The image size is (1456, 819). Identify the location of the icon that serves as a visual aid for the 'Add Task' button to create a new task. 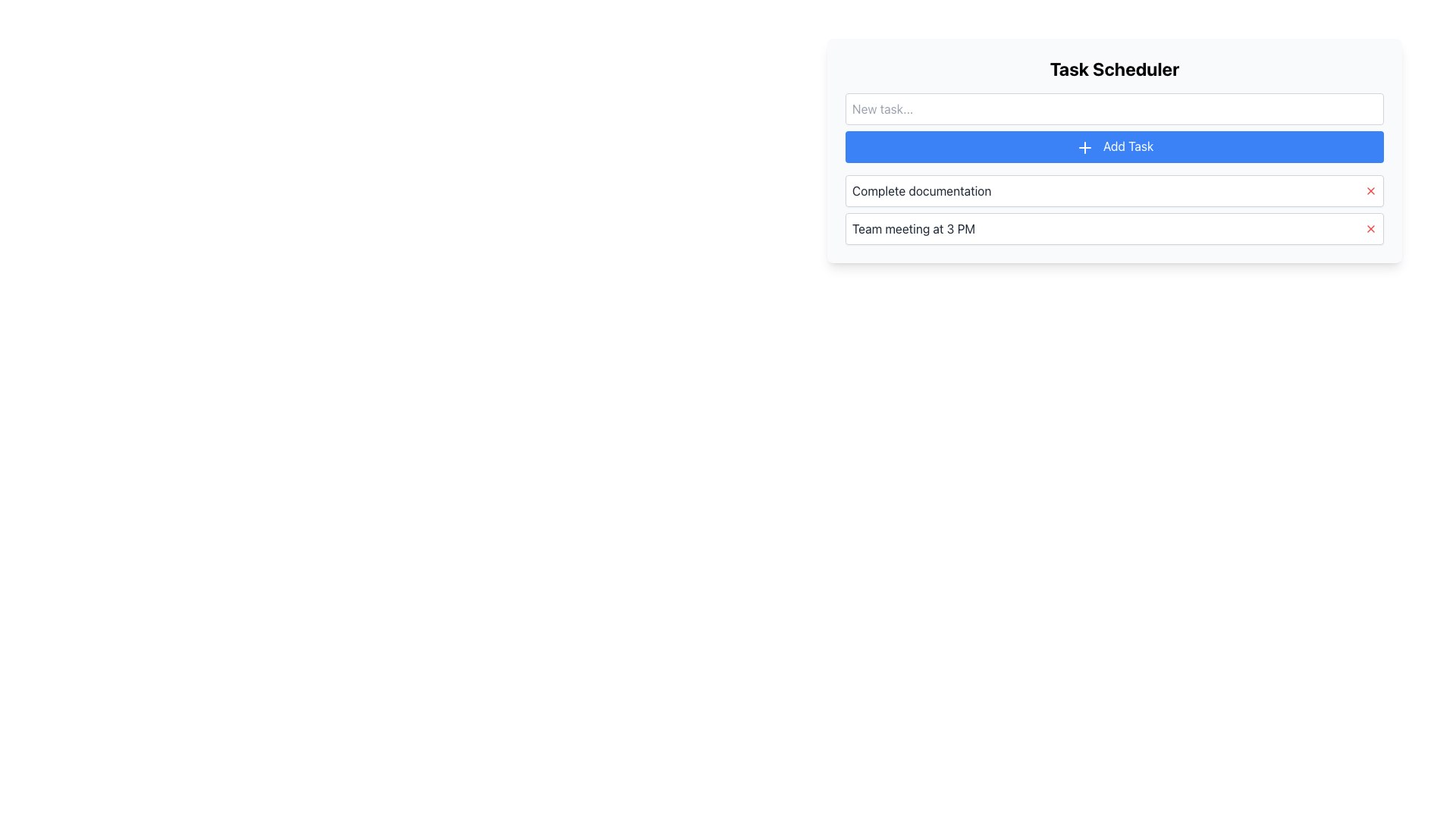
(1084, 147).